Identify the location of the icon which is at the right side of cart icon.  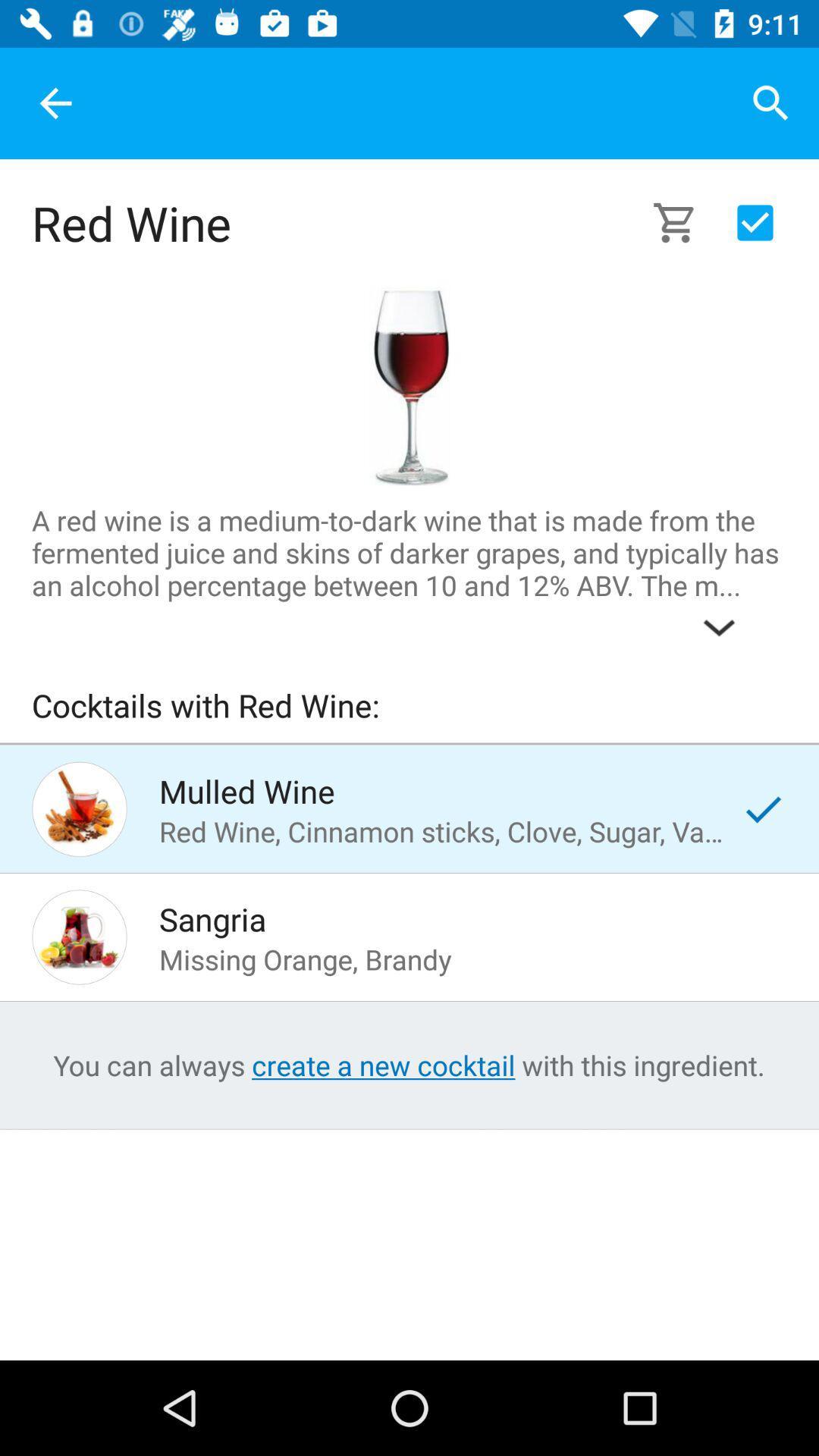
(755, 221).